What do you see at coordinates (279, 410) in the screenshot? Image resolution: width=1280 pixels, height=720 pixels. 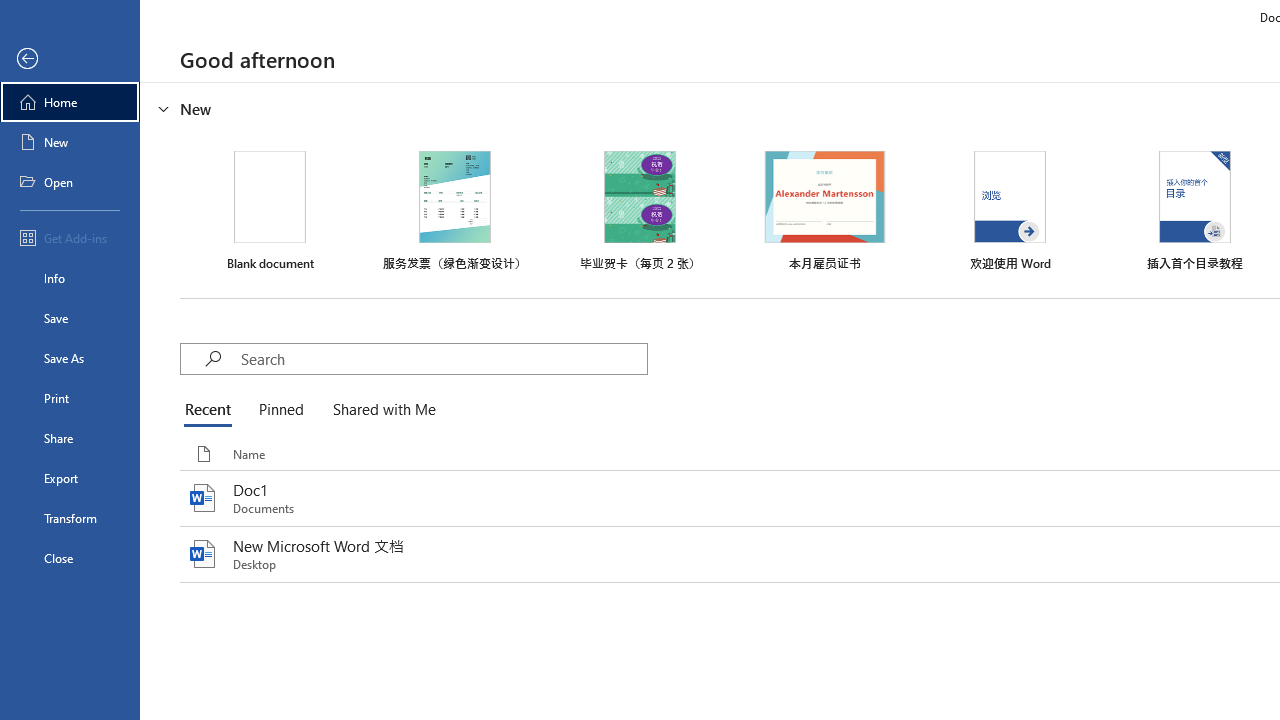 I see `'Pinned'` at bounding box center [279, 410].